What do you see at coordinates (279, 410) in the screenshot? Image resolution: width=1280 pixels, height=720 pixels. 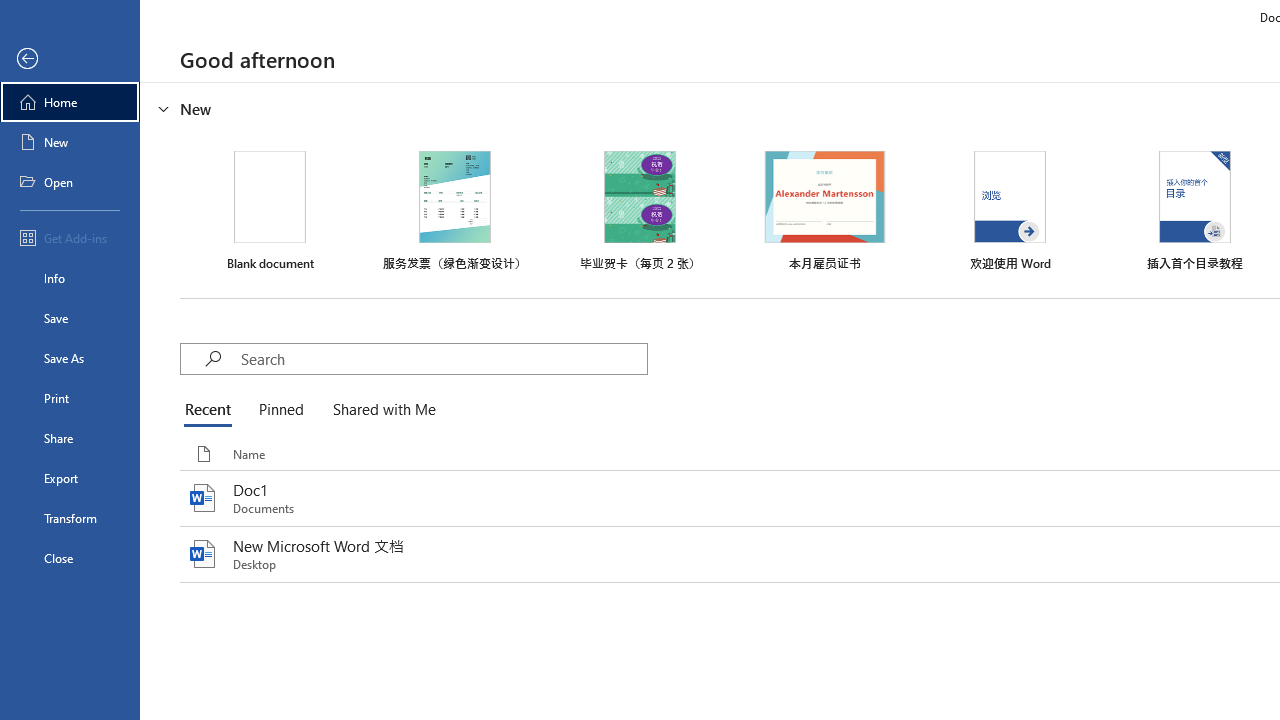 I see `'Pinned'` at bounding box center [279, 410].